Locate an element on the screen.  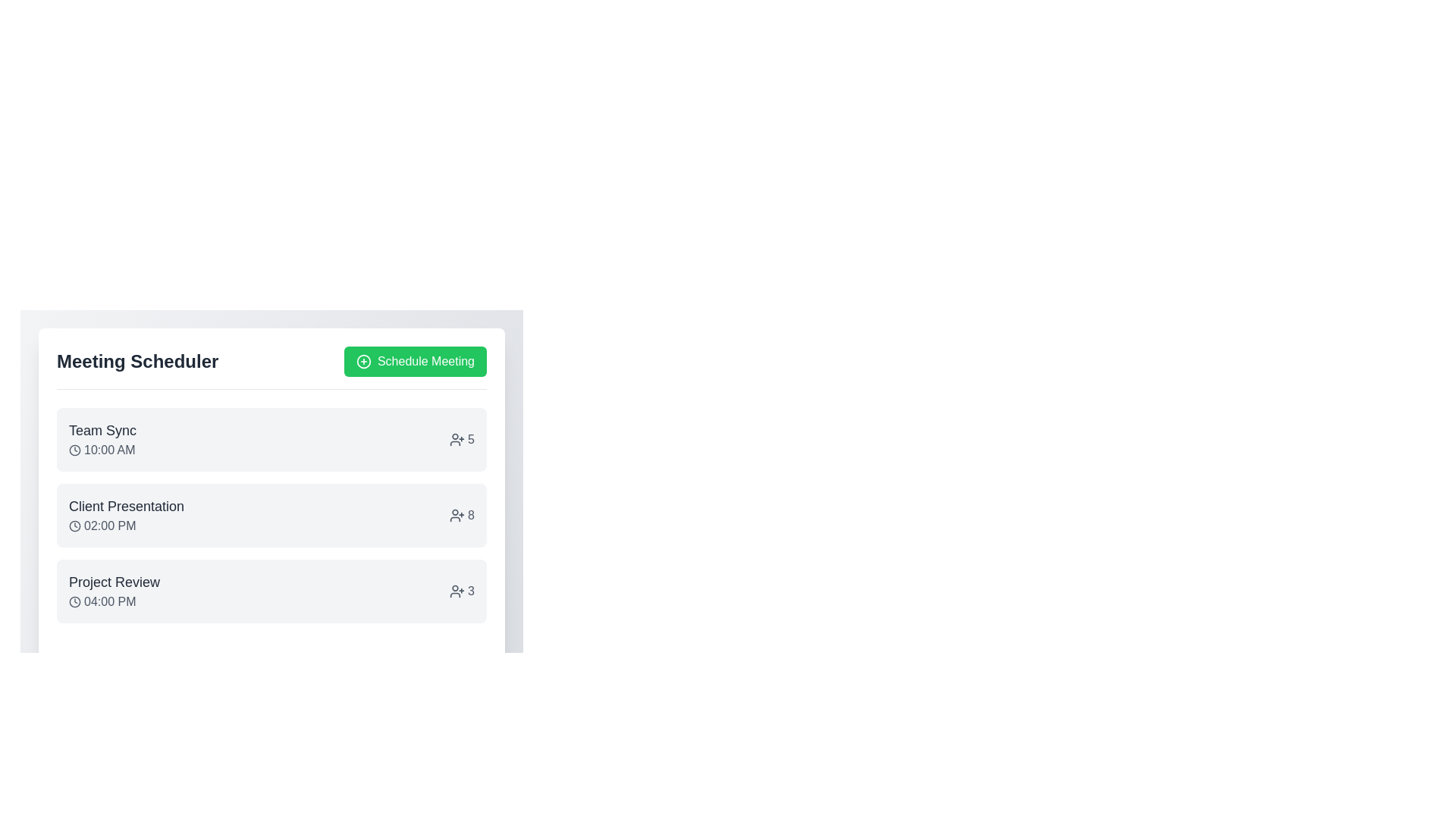
the label displaying '04:00 PM' with a clock icon in gray, located under 'Project Review' in the 'Meeting Scheduler' section is located at coordinates (114, 601).